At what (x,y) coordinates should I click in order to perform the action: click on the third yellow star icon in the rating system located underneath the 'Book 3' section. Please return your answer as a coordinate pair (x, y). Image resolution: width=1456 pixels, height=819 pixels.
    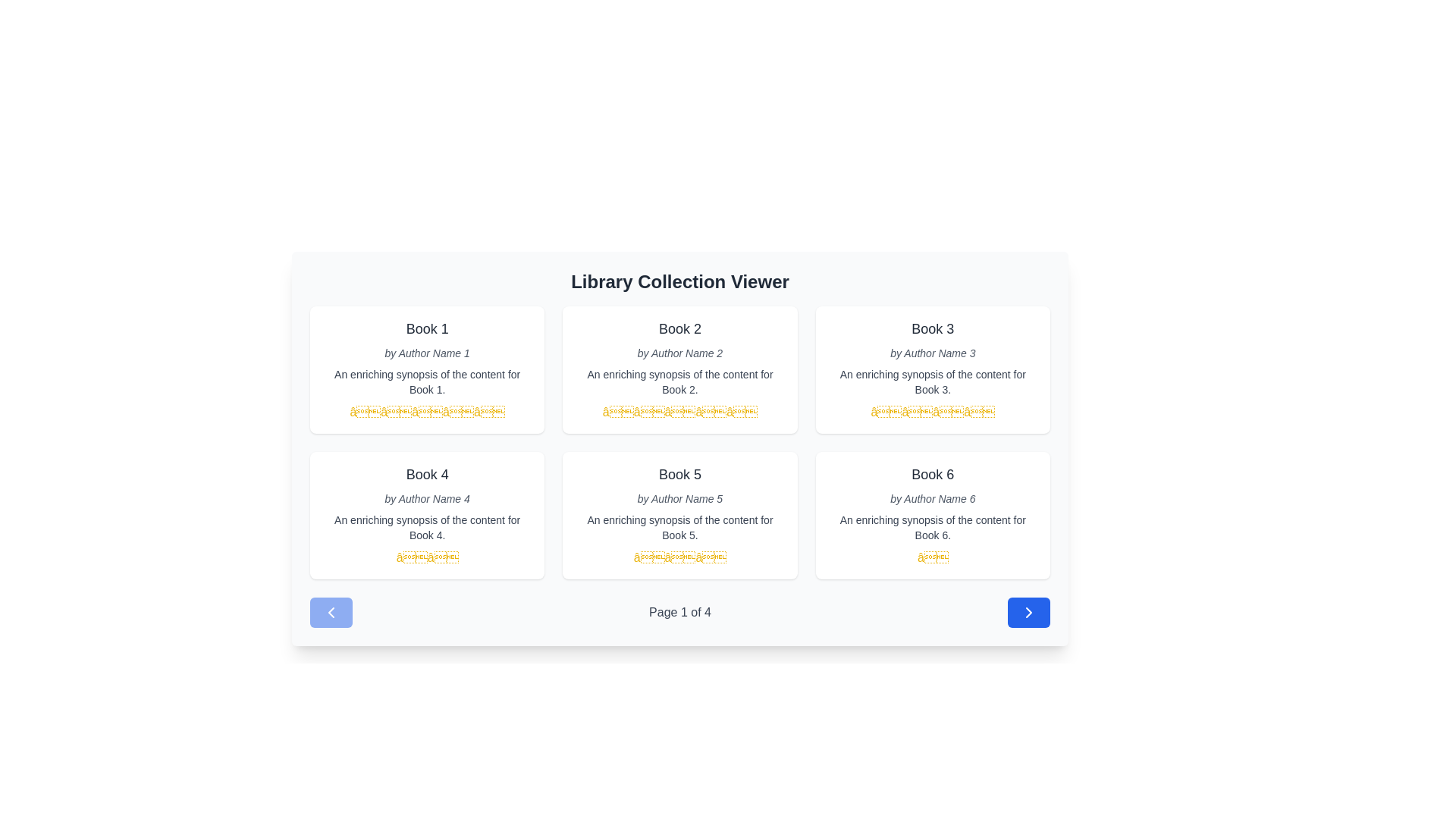
    Looking at the image, I should click on (947, 412).